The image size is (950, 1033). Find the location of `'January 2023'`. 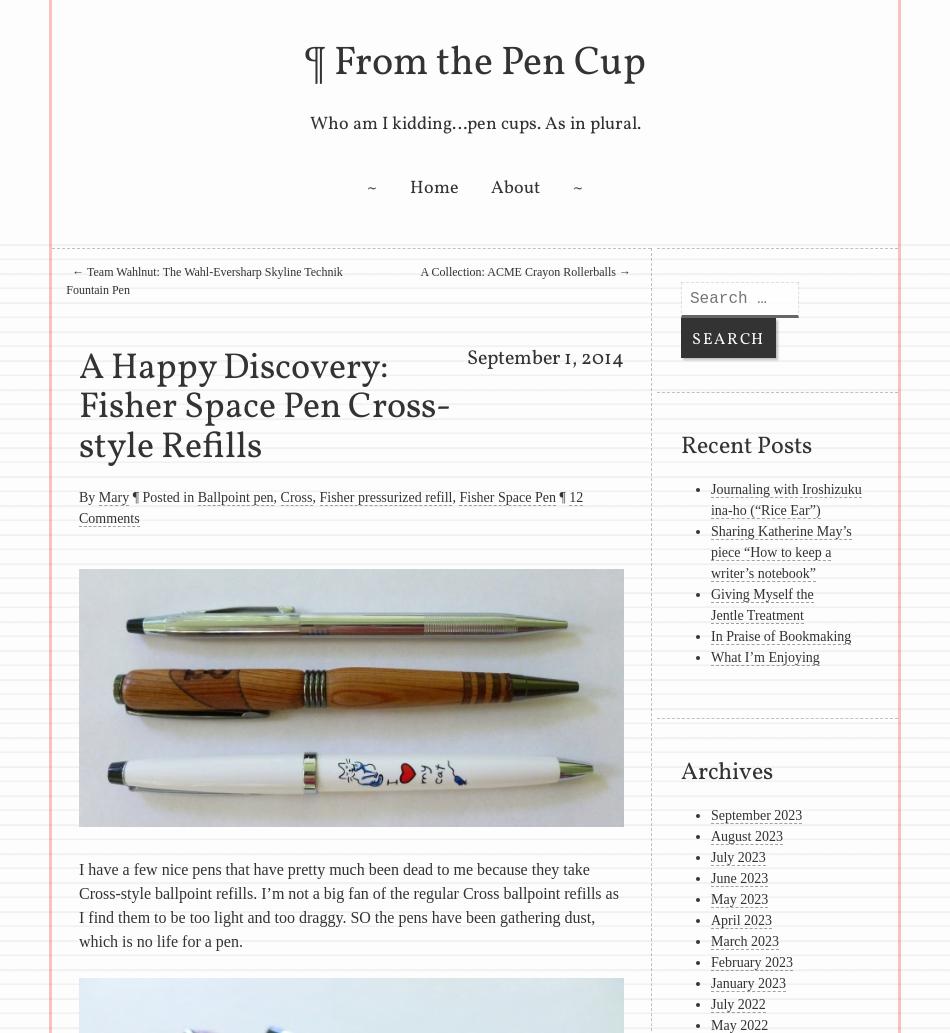

'January 2023' is located at coordinates (747, 982).